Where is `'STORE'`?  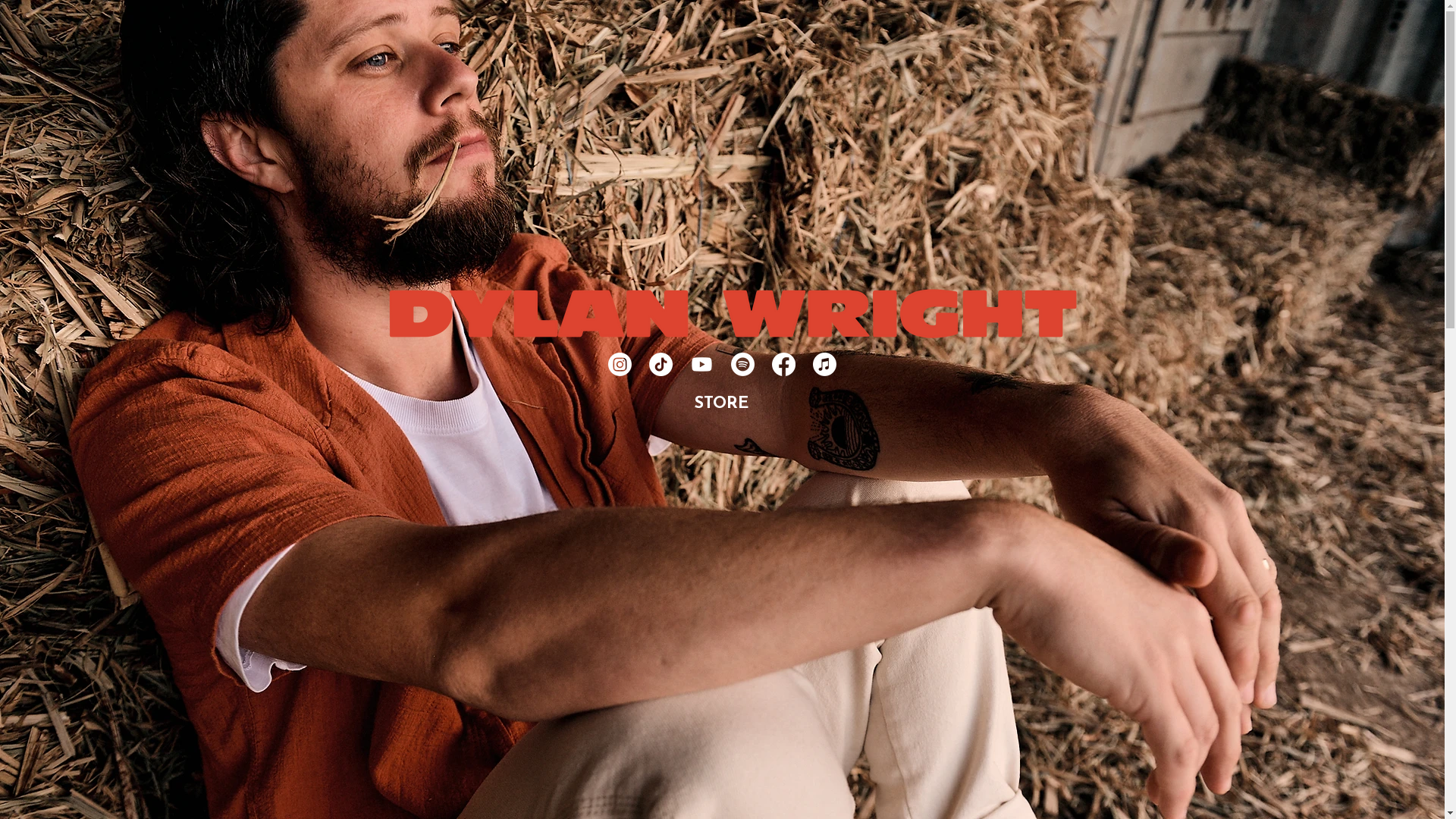 'STORE' is located at coordinates (720, 403).